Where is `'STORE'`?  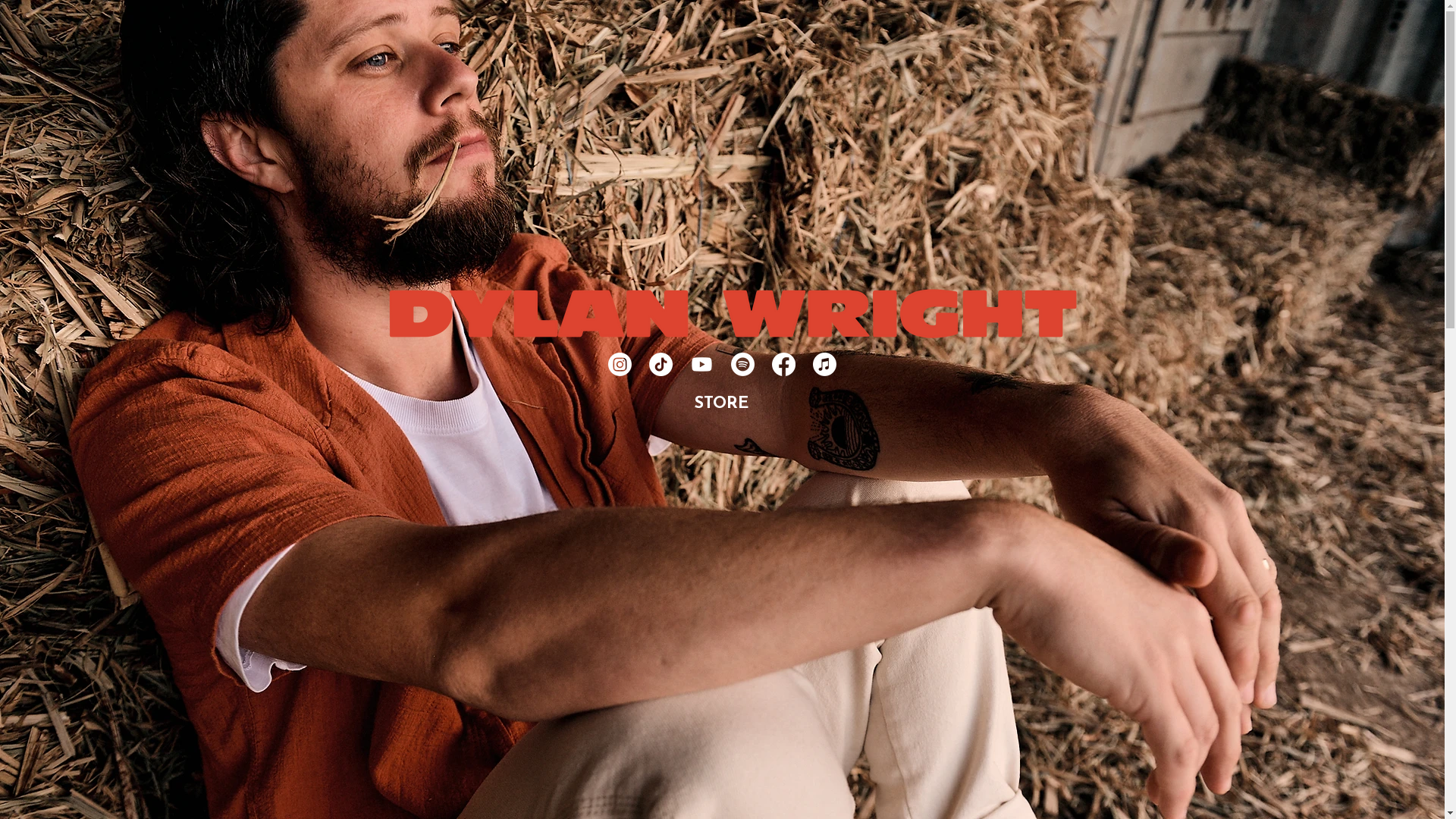 'STORE' is located at coordinates (720, 403).